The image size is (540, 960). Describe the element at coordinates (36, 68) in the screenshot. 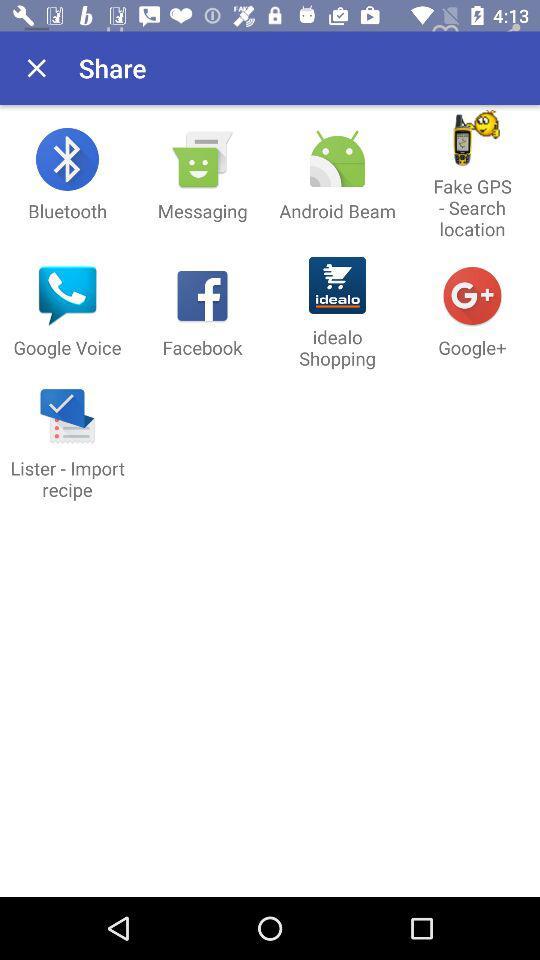

I see `app to the left of share app` at that location.